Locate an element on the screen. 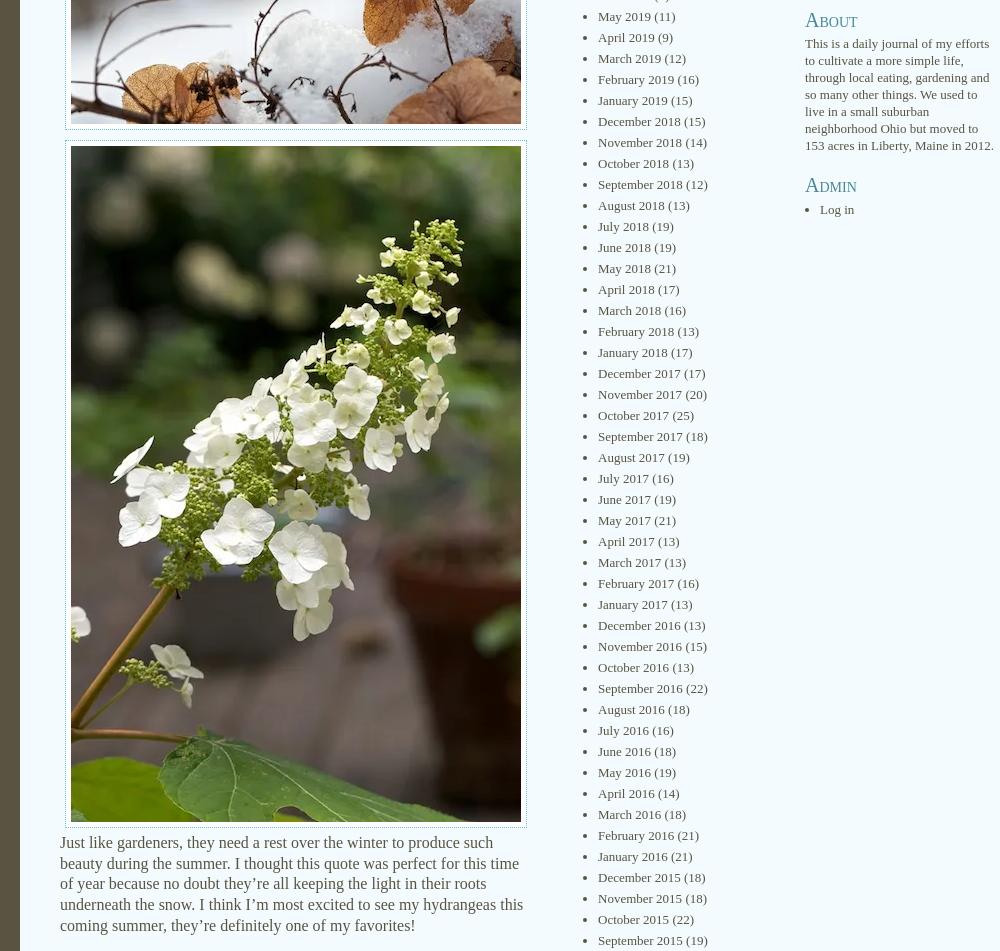 The height and width of the screenshot is (951, 1000). 'November 2017' is located at coordinates (640, 394).